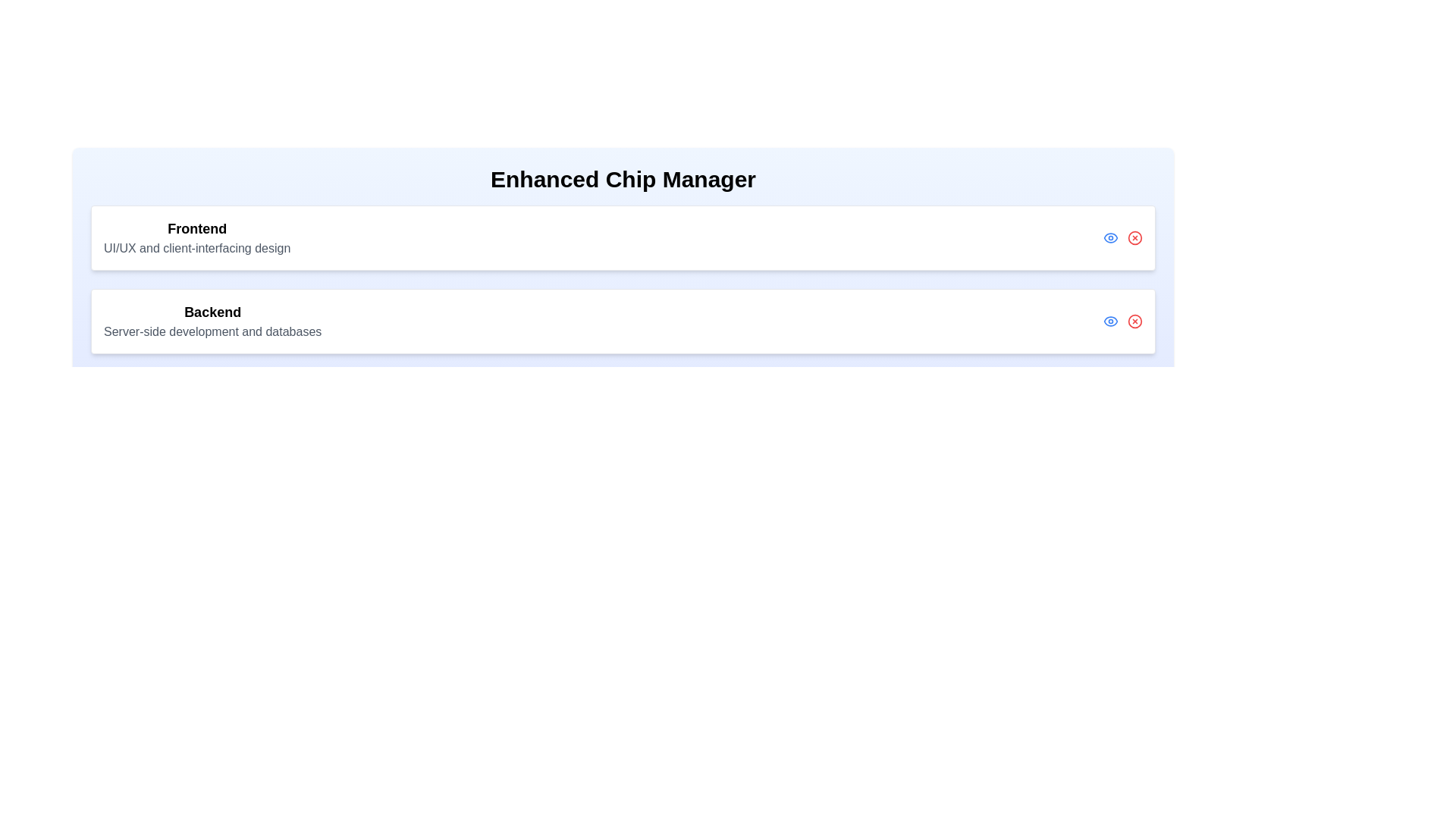 This screenshot has height=819, width=1456. I want to click on remove button for the item with the name Frontend, so click(1135, 237).